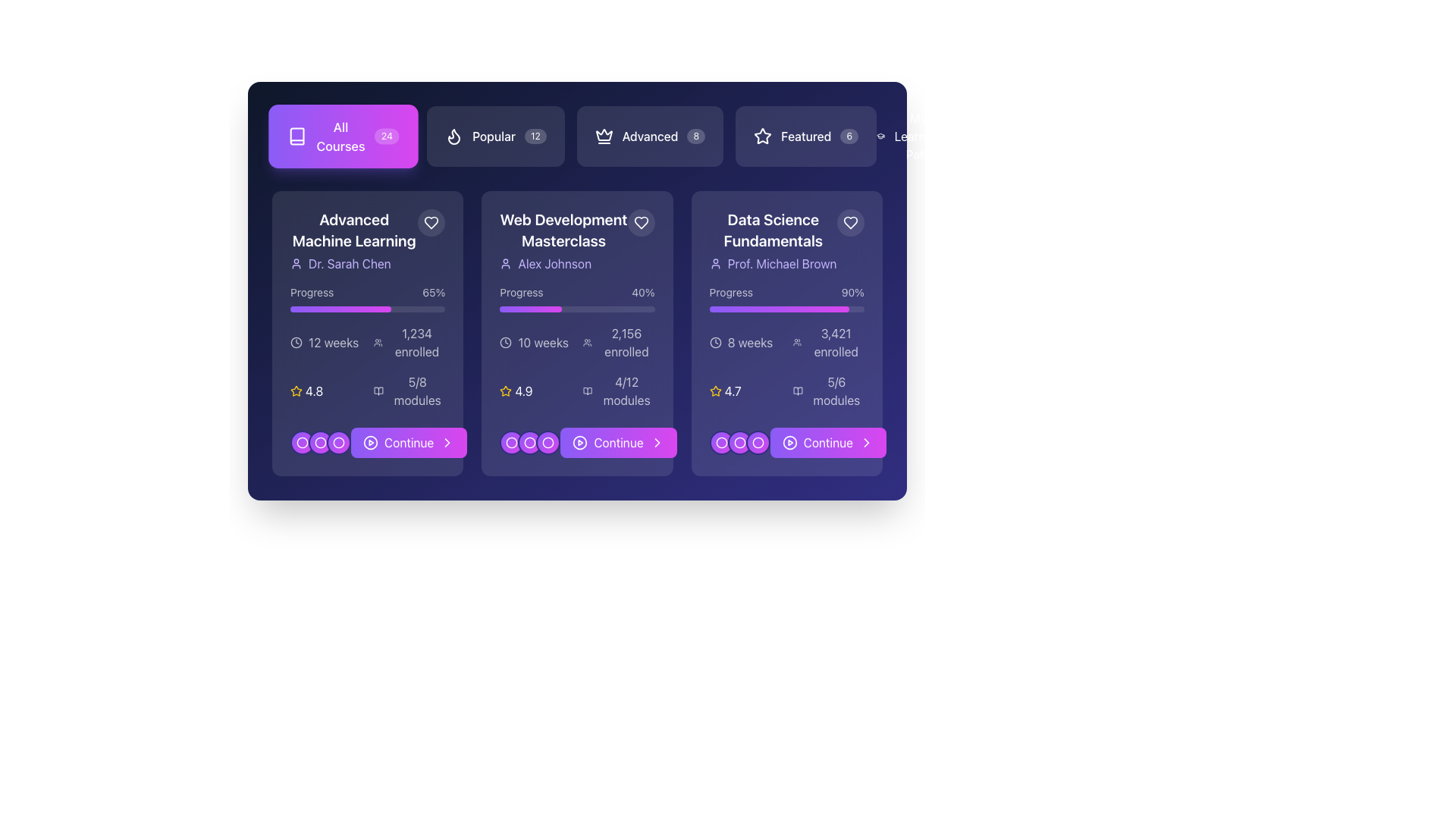 The height and width of the screenshot is (819, 1456). I want to click on the 'Advanced' button, which is a rounded rectangular button with a dark background, white text, and a crown icon, located between the 'Popular' and 'Featured' buttons, so click(650, 136).